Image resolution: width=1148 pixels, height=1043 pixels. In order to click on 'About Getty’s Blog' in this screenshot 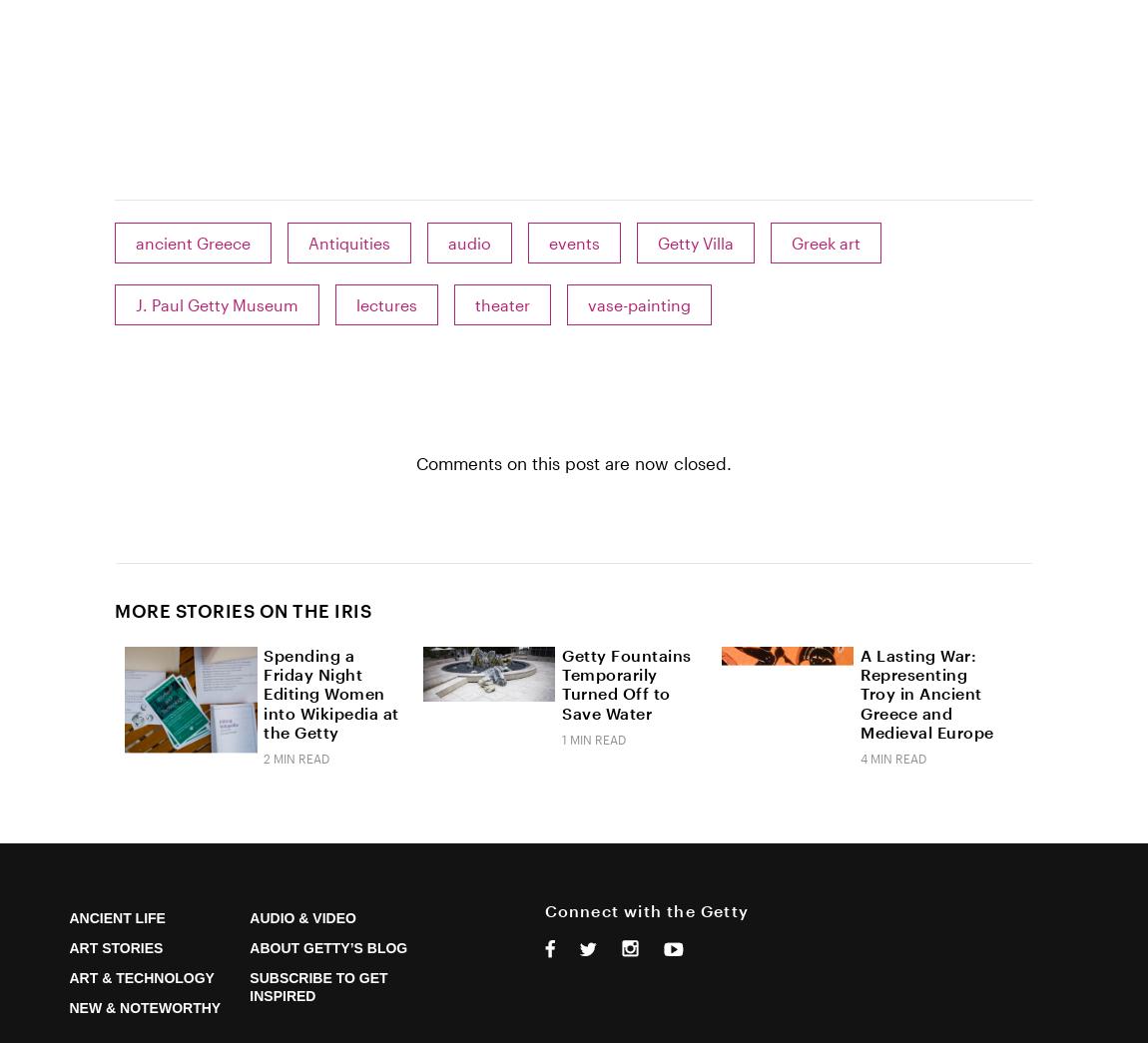, I will do `click(328, 945)`.